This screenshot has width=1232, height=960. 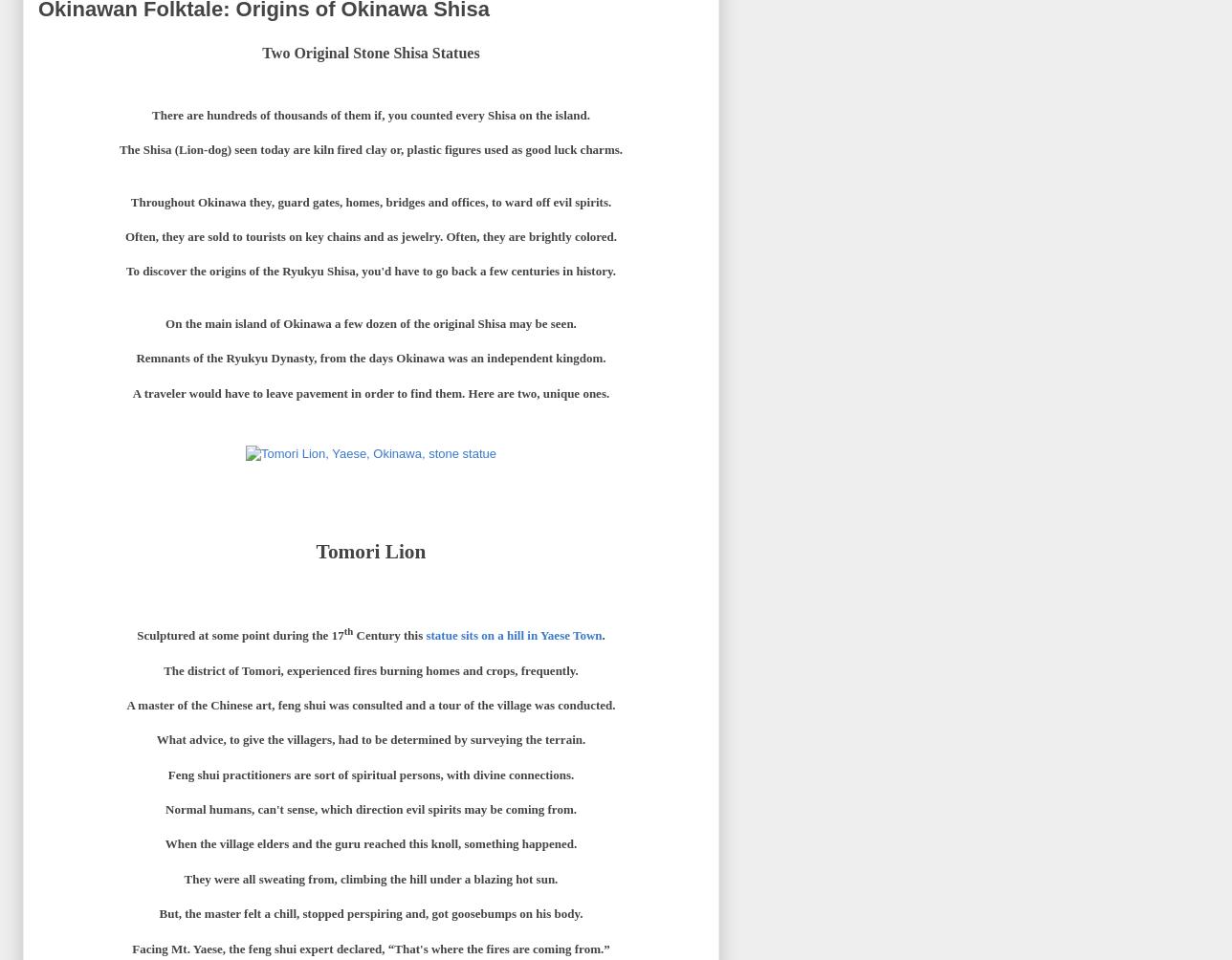 I want to click on 'There are hundreds of thousands of them if, you counted every Shisa on the island.', so click(x=151, y=114).